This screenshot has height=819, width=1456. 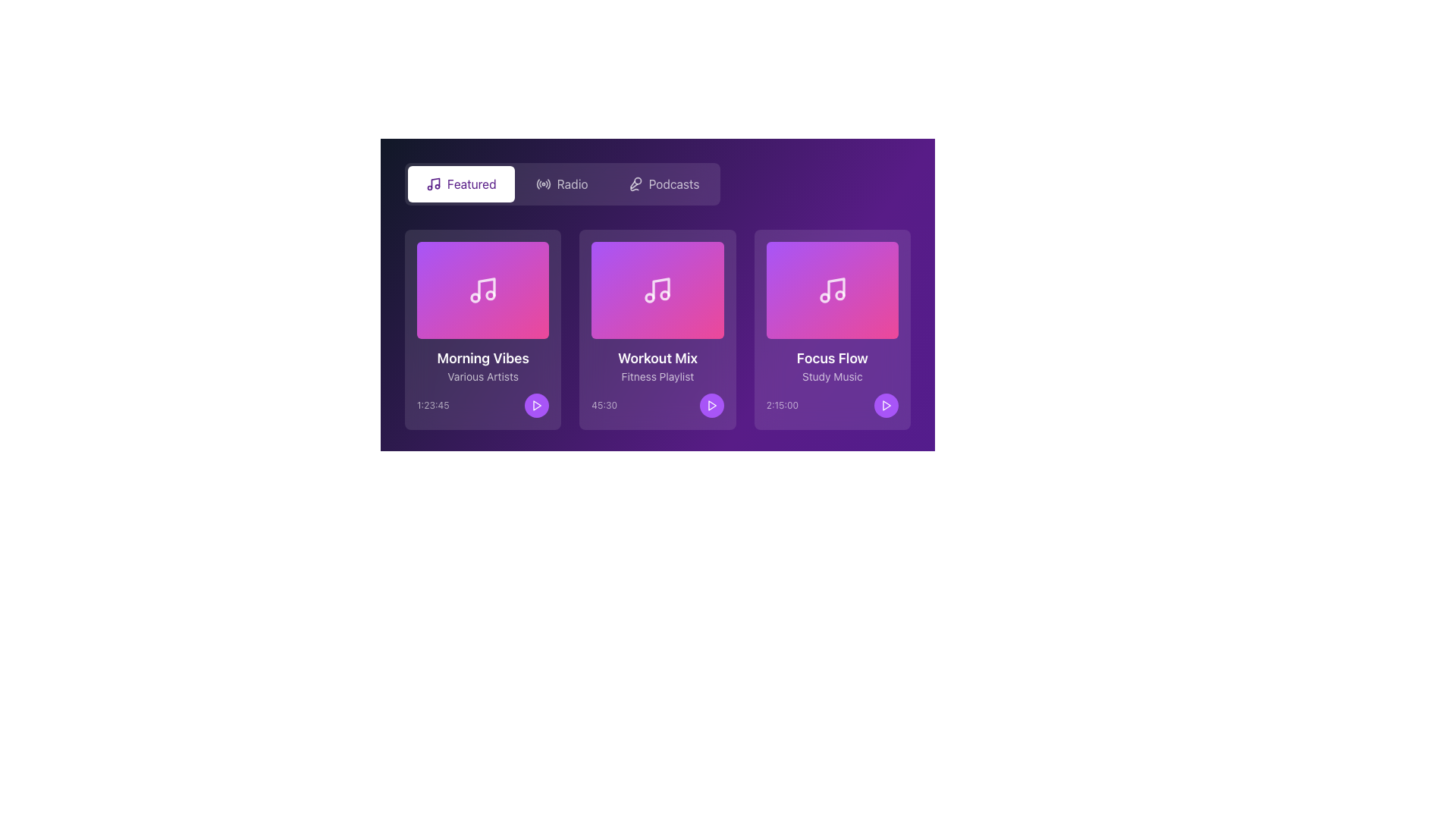 What do you see at coordinates (665, 295) in the screenshot?
I see `the small circular decorative element located to the right of the music note symbol in the 'Workout Mix' card` at bounding box center [665, 295].